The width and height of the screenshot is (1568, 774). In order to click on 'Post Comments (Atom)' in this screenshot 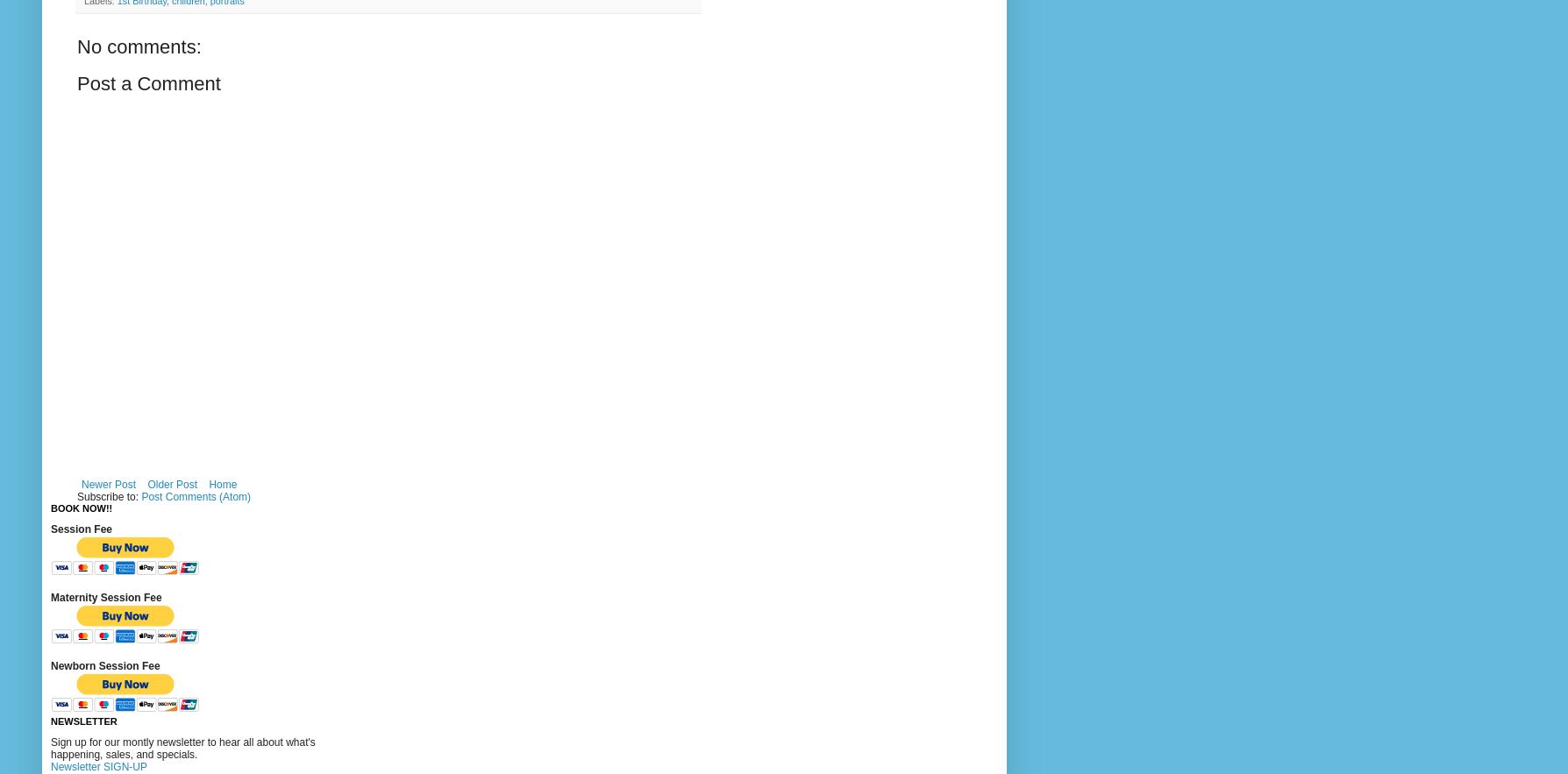, I will do `click(140, 496)`.